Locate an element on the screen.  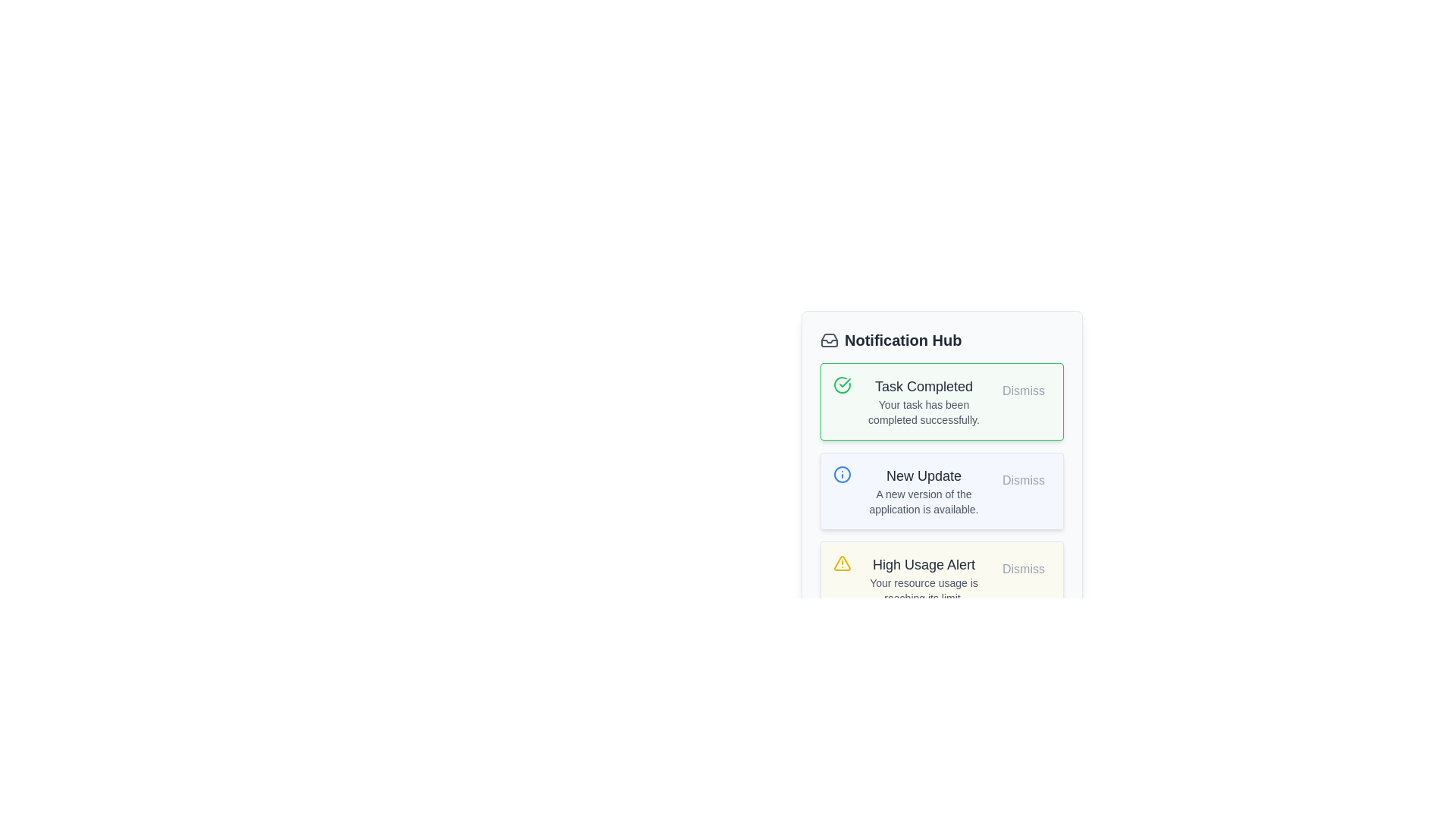
the second icon fragment resembling a simplified inbox in the 'Notification Hub' header section, which is part of an SVG element is located at coordinates (829, 339).